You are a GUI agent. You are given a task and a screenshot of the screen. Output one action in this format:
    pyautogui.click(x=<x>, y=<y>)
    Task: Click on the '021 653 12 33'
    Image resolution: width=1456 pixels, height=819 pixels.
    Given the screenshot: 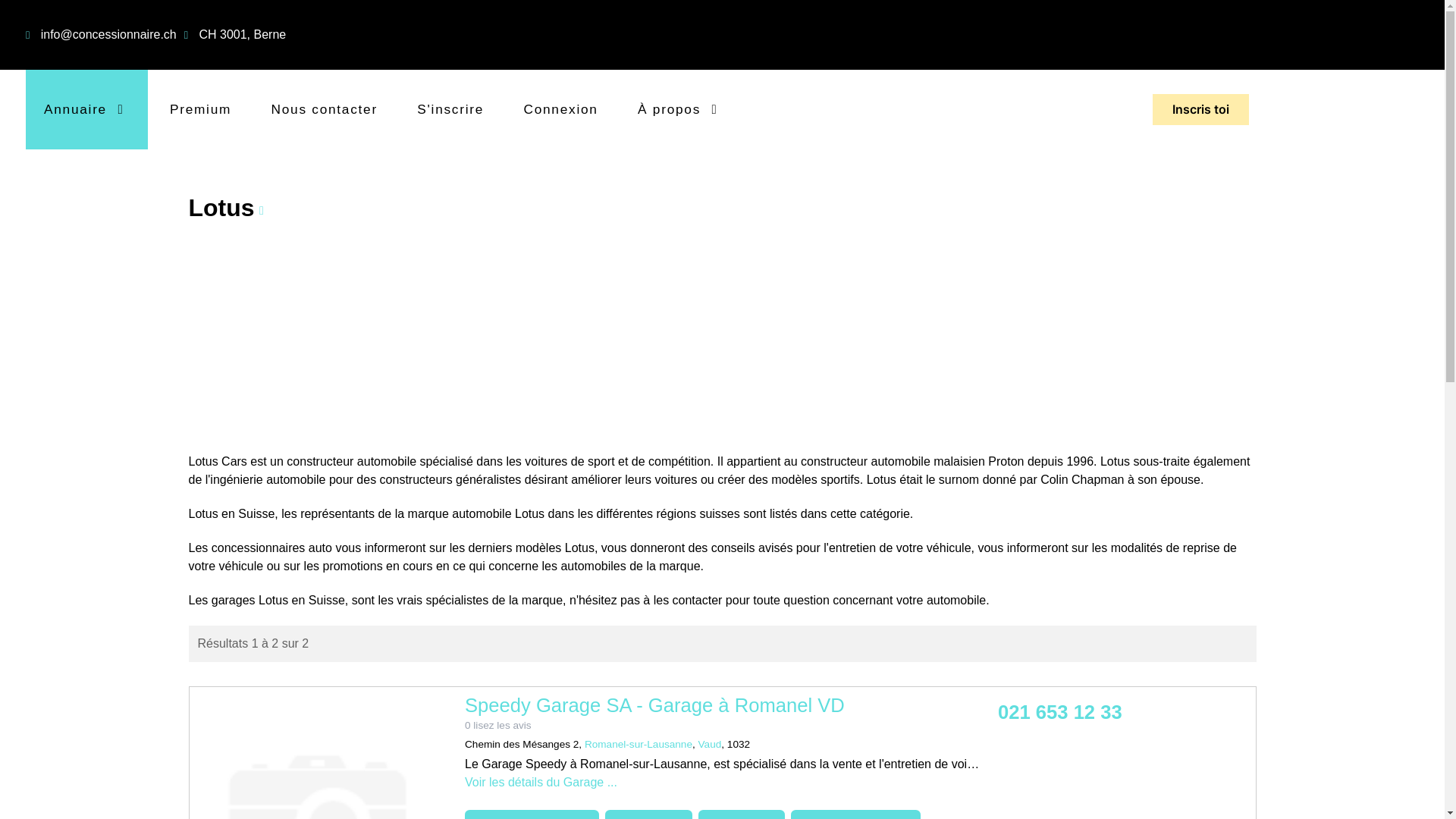 What is the action you would take?
    pyautogui.click(x=1059, y=711)
    